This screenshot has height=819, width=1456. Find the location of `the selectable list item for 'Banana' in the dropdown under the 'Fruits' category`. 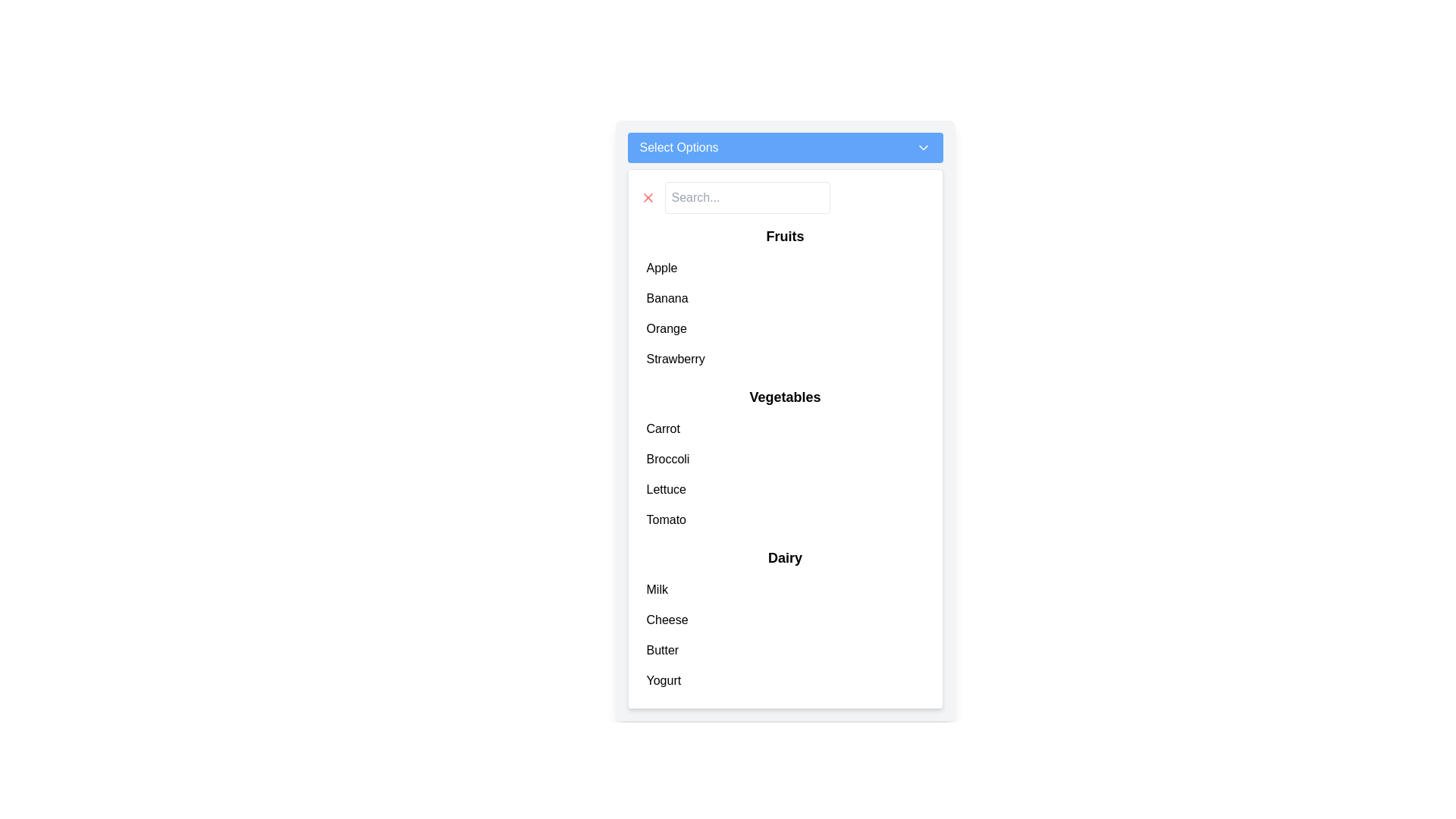

the selectable list item for 'Banana' in the dropdown under the 'Fruits' category is located at coordinates (667, 298).